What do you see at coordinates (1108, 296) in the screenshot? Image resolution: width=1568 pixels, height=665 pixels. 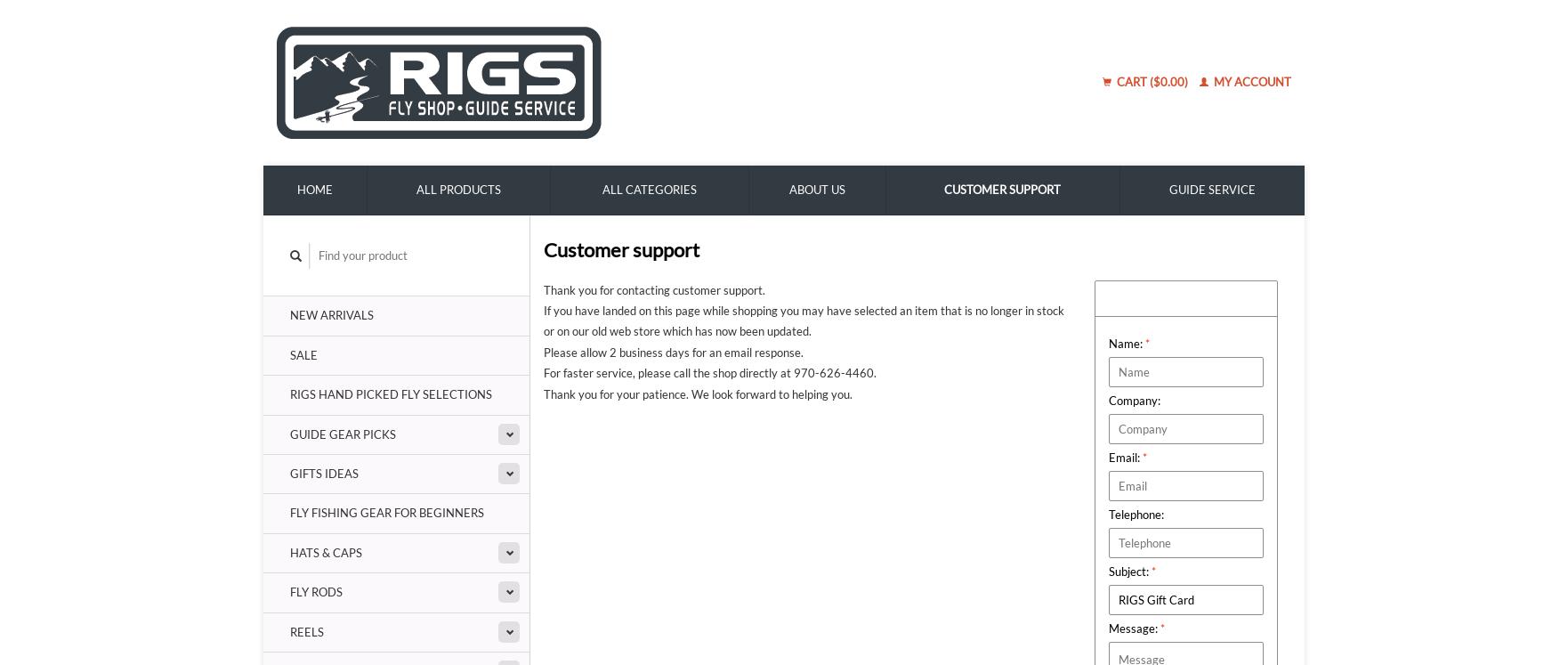 I see `'Contact us'` at bounding box center [1108, 296].